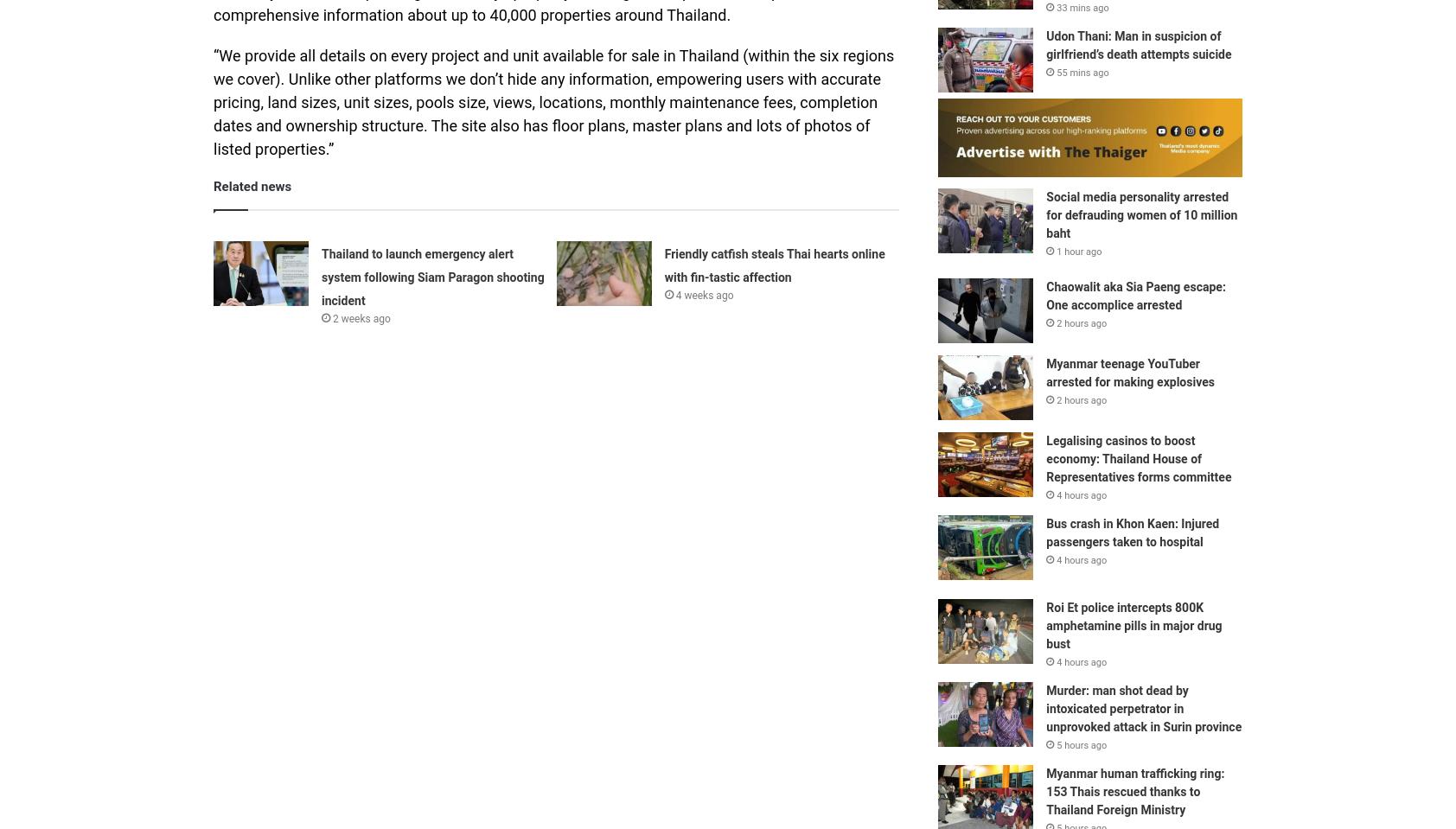 The width and height of the screenshot is (1456, 829). I want to click on 'Roi Et police intercepts 800K amphetamine pills in major drug bust', so click(1045, 623).